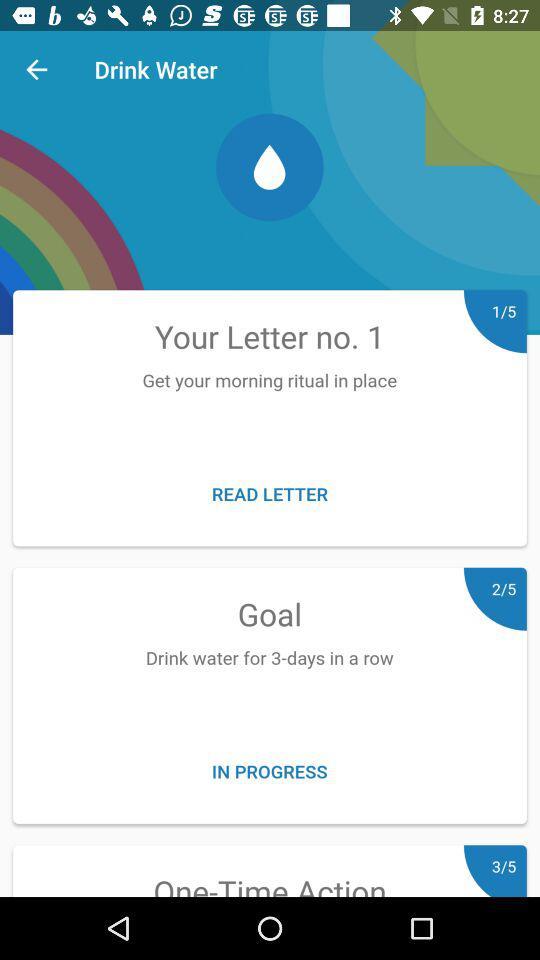 Image resolution: width=540 pixels, height=960 pixels. Describe the element at coordinates (270, 492) in the screenshot. I see `the read letter icon` at that location.